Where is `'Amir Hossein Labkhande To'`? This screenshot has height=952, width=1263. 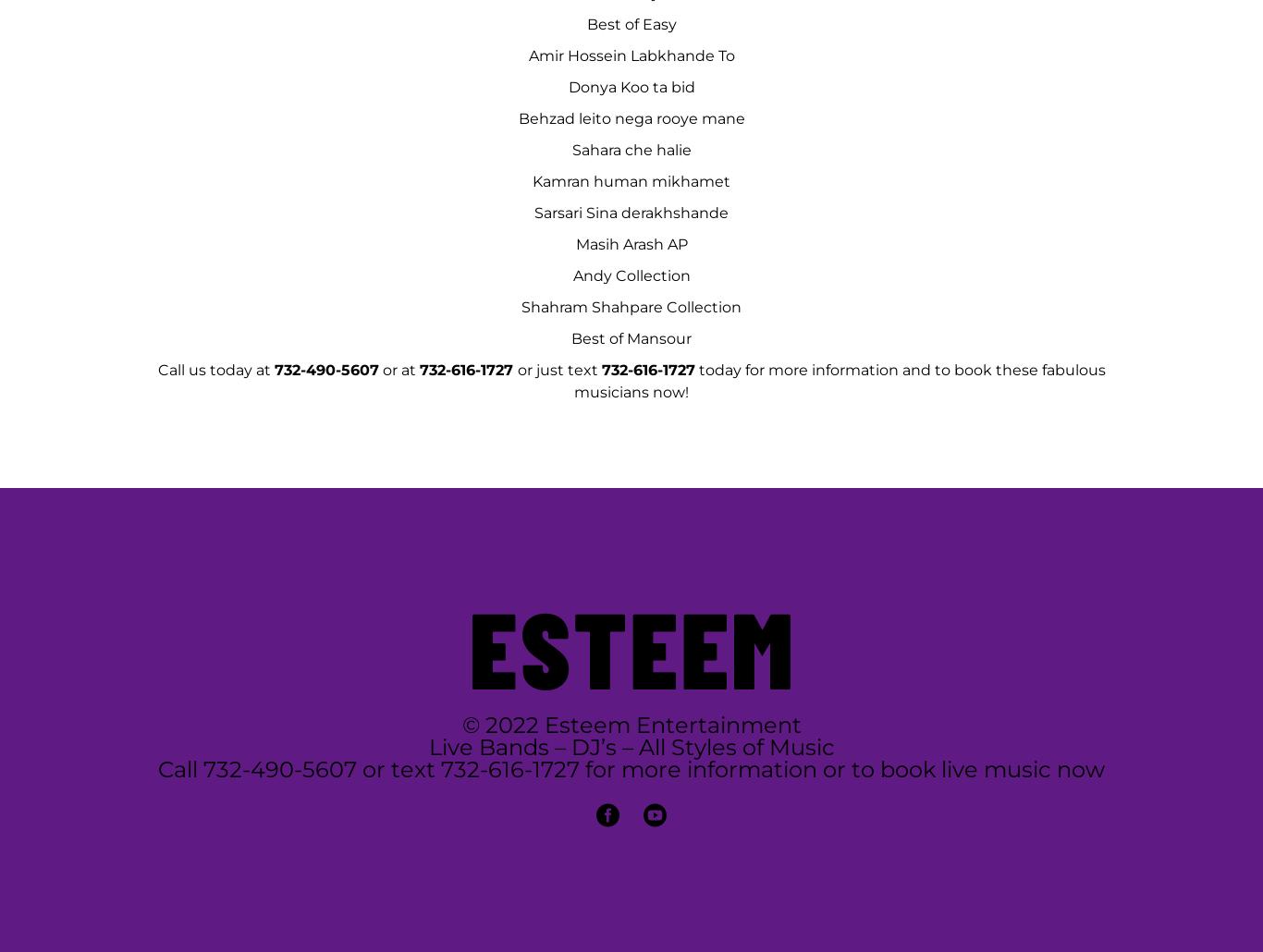 'Amir Hossein Labkhande To' is located at coordinates (630, 55).